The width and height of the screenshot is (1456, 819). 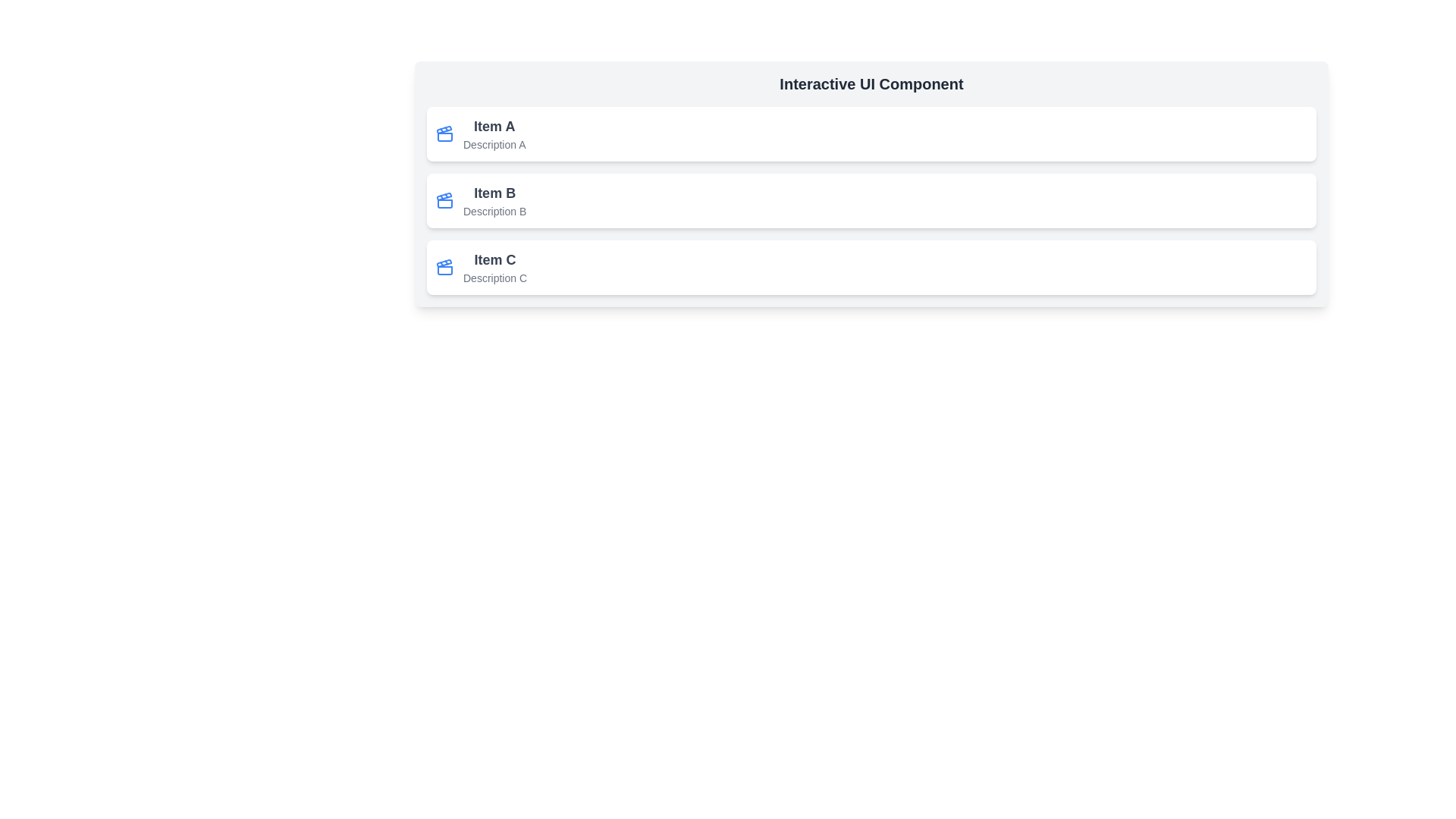 What do you see at coordinates (494, 278) in the screenshot?
I see `the text label displaying 'Description C', which is styled in a small gray font and located directly beneath the text 'Item C'` at bounding box center [494, 278].